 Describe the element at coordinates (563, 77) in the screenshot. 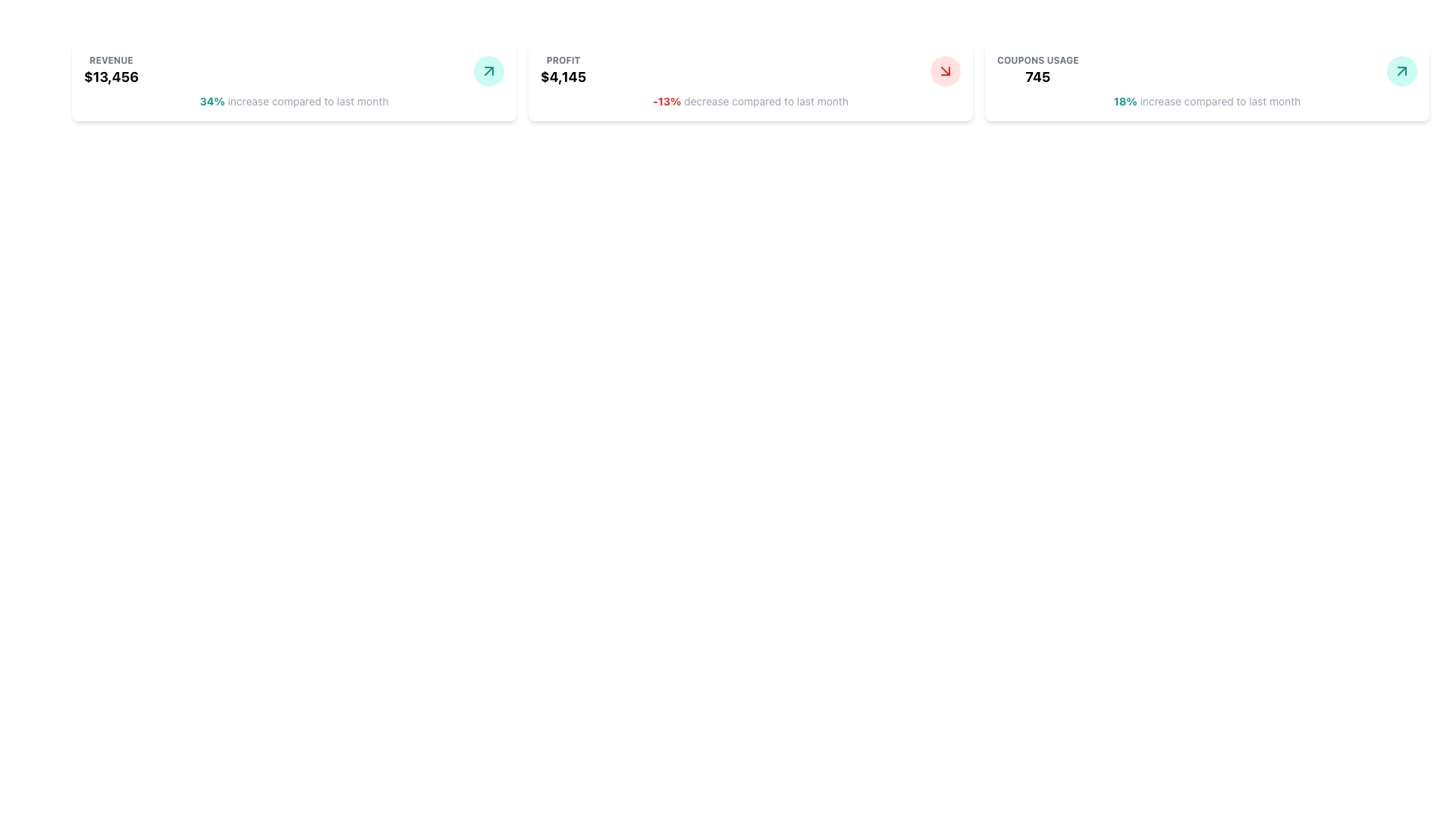

I see `the static text displaying the profit value of $4,145, which is located within the second card below the label 'PROFIT'` at that location.